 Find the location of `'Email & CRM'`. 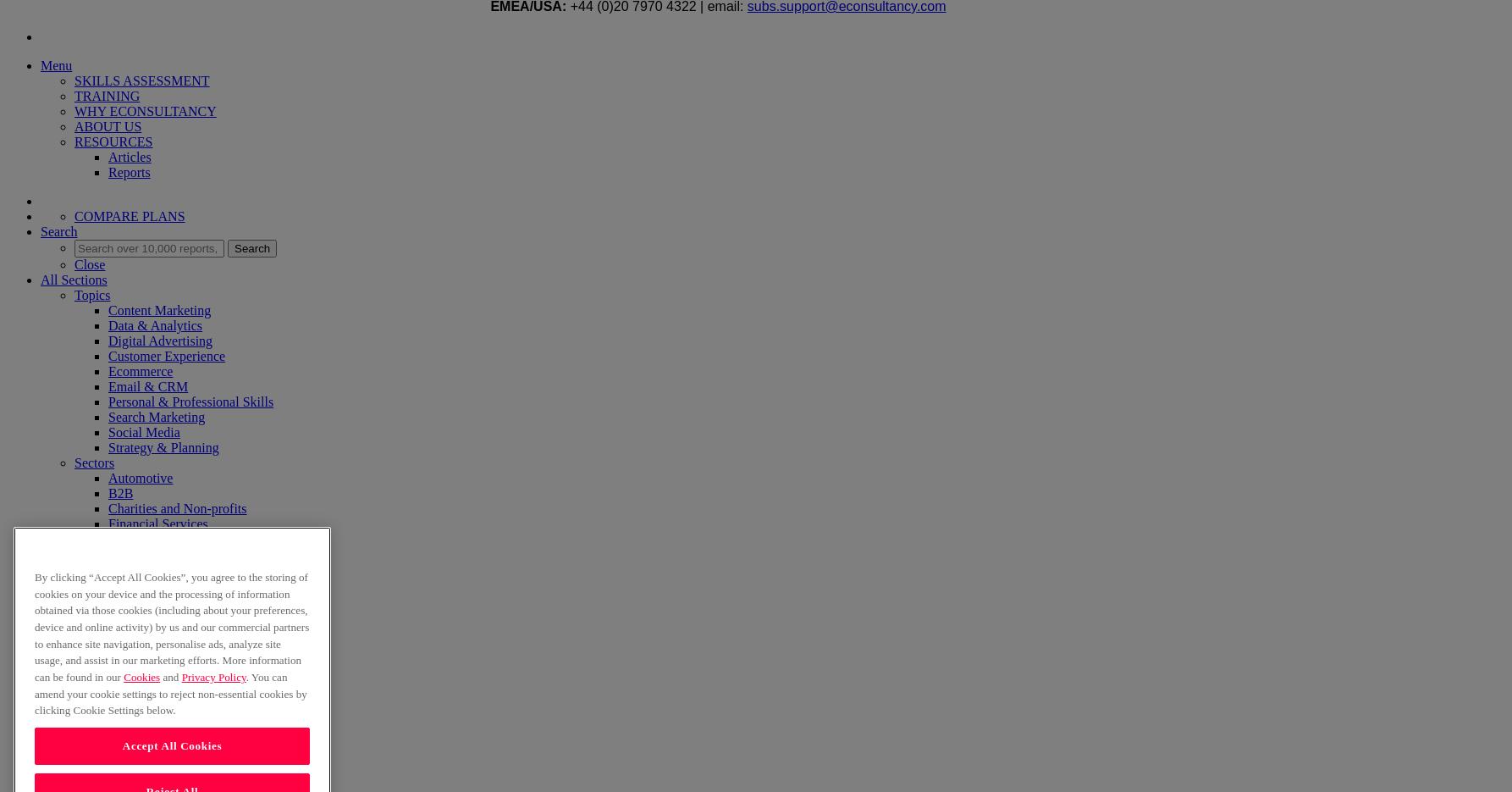

'Email & CRM' is located at coordinates (147, 385).